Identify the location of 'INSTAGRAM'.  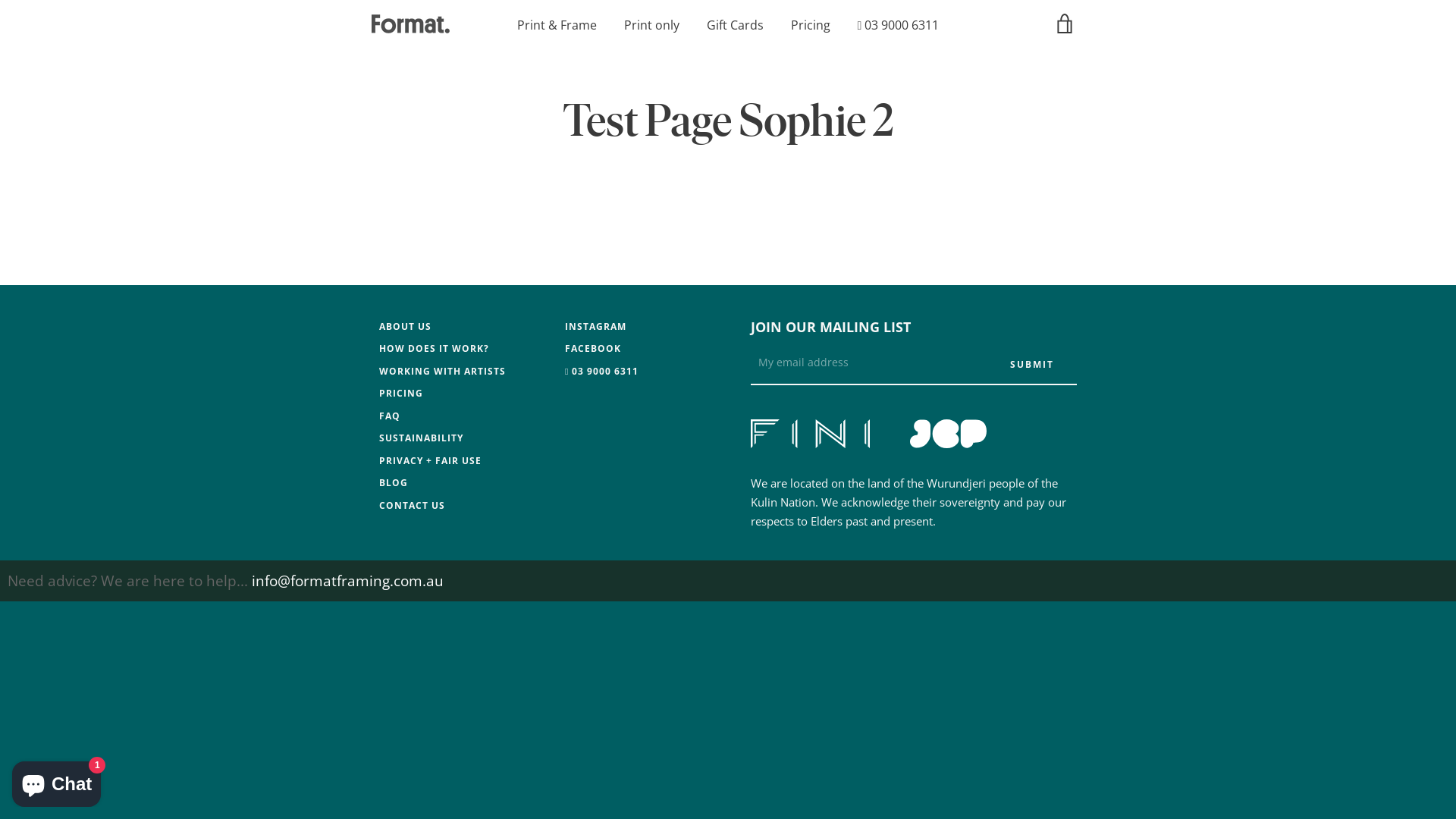
(595, 325).